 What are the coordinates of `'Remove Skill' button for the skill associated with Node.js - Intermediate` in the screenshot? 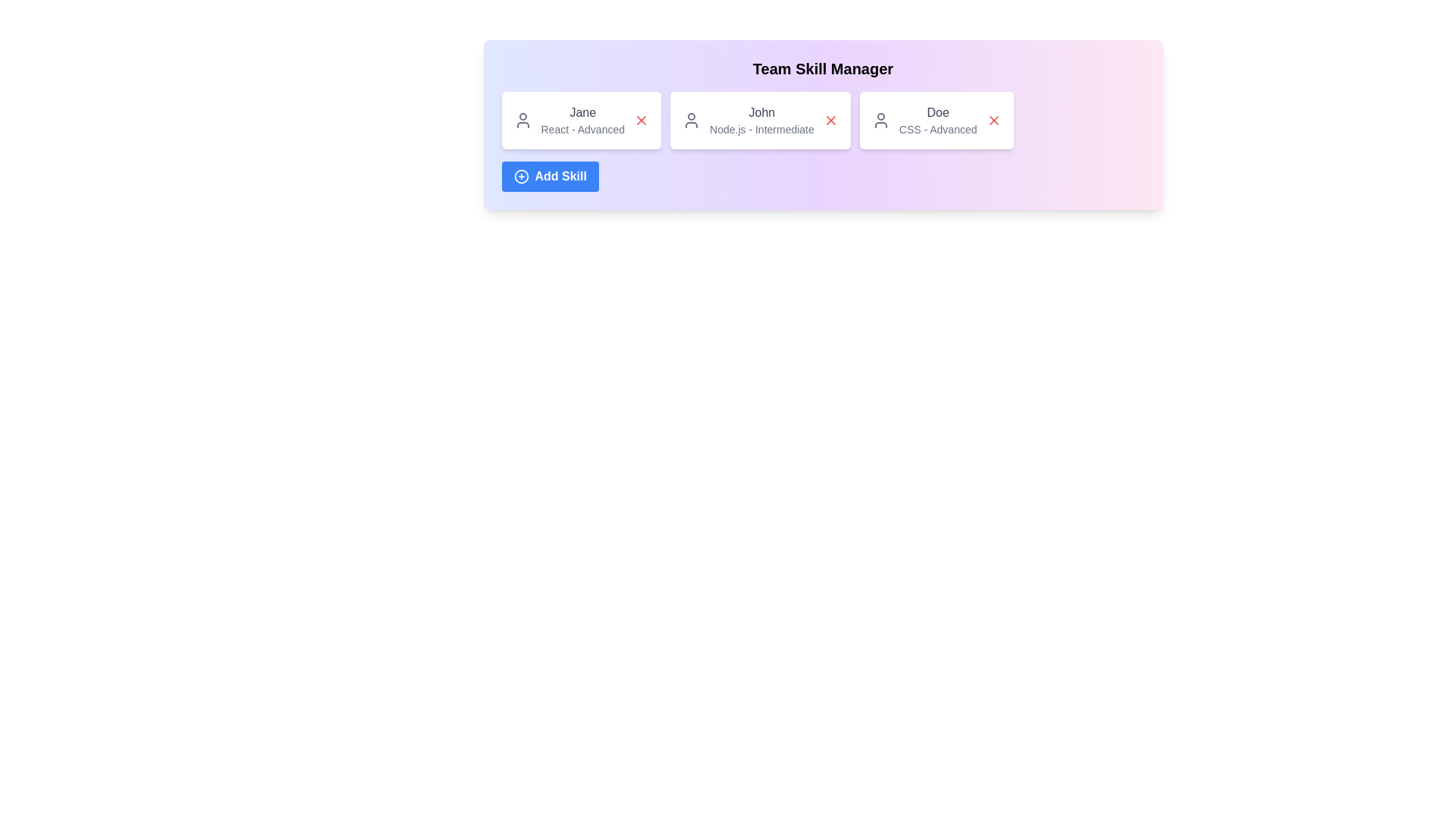 It's located at (830, 119).